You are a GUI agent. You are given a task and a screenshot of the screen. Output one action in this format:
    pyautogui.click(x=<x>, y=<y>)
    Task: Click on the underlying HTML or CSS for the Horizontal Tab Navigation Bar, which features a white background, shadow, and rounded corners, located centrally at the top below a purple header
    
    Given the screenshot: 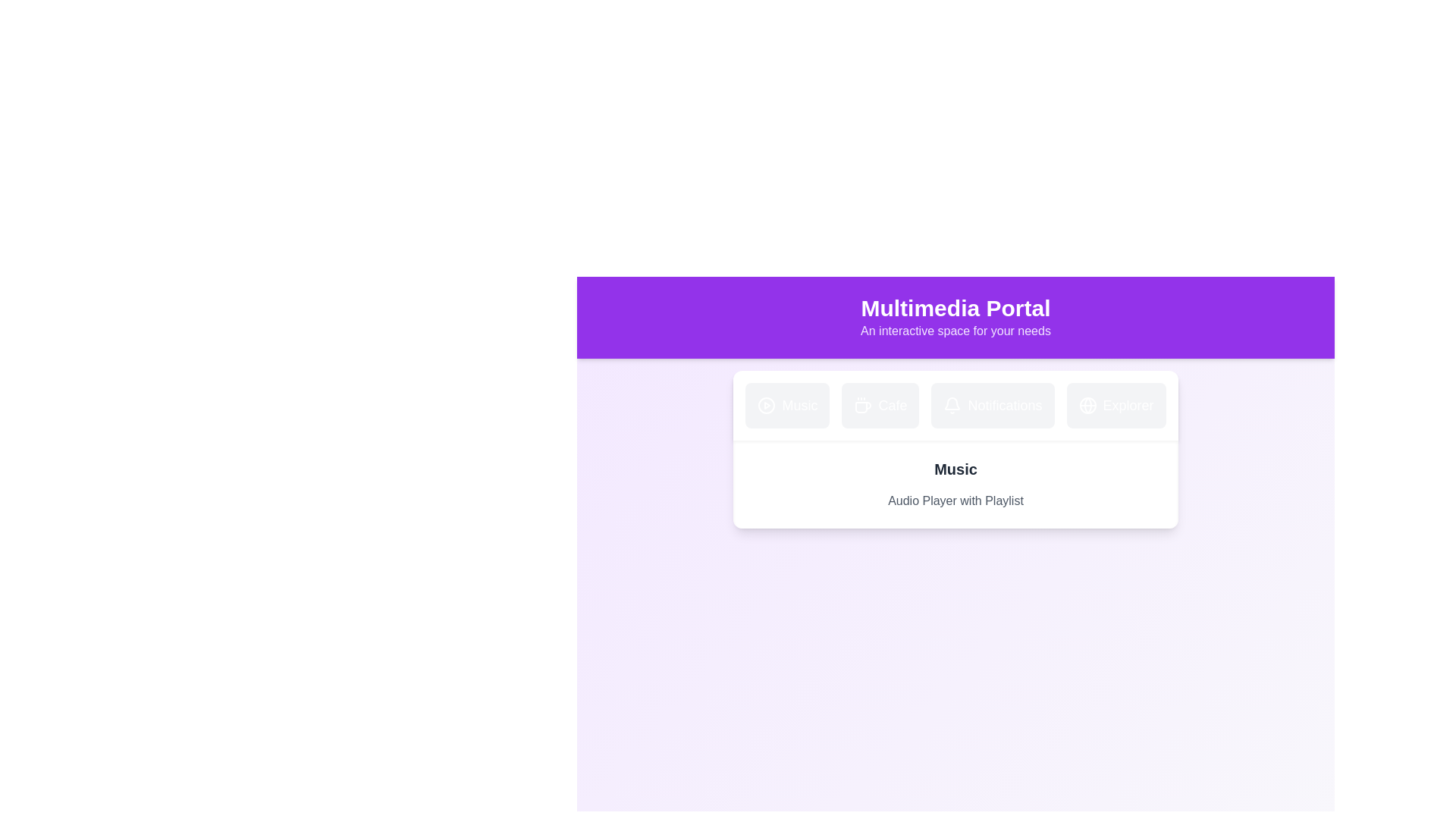 What is the action you would take?
    pyautogui.click(x=955, y=405)
    